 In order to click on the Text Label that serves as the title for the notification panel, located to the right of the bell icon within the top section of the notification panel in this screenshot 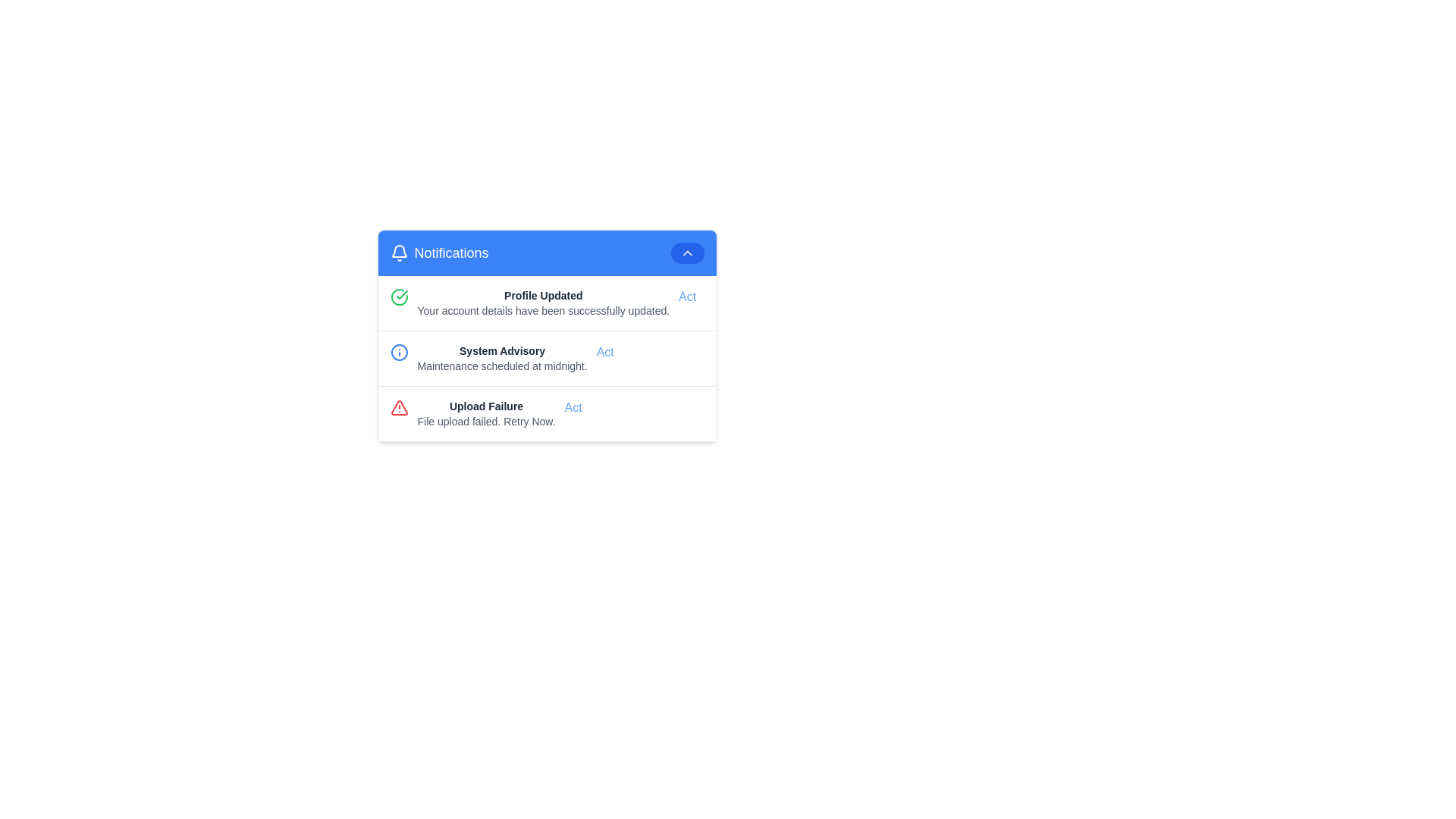, I will do `click(450, 253)`.